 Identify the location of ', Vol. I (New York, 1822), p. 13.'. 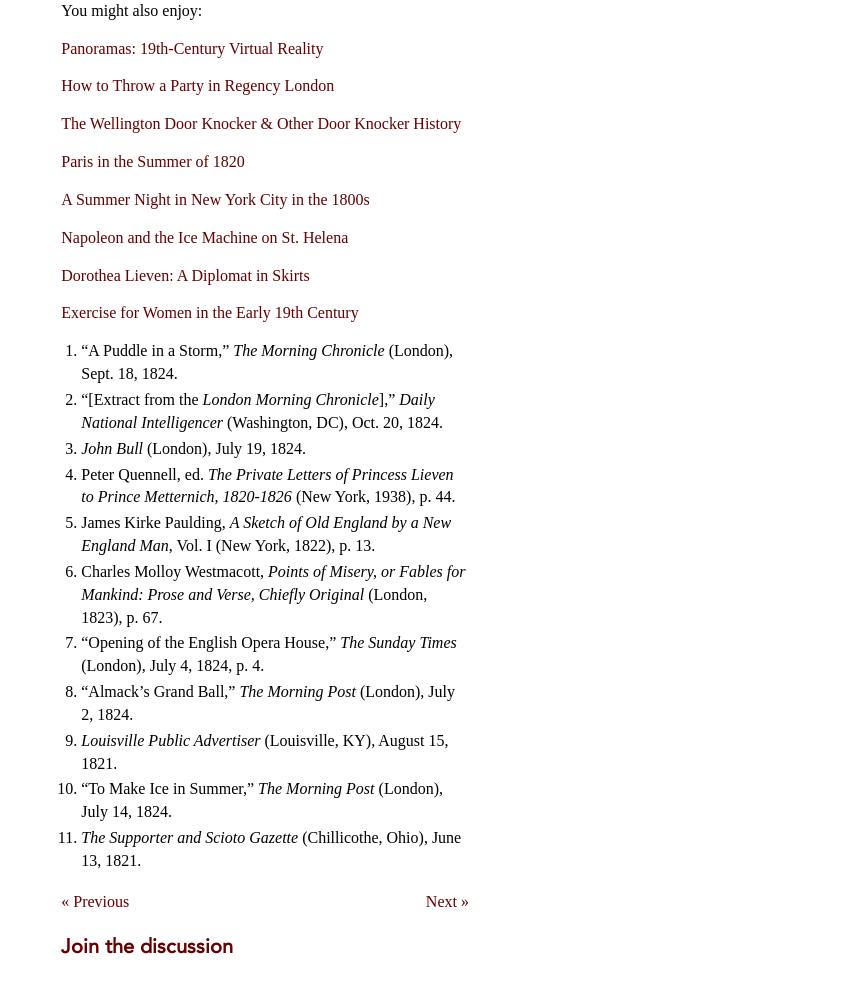
(167, 545).